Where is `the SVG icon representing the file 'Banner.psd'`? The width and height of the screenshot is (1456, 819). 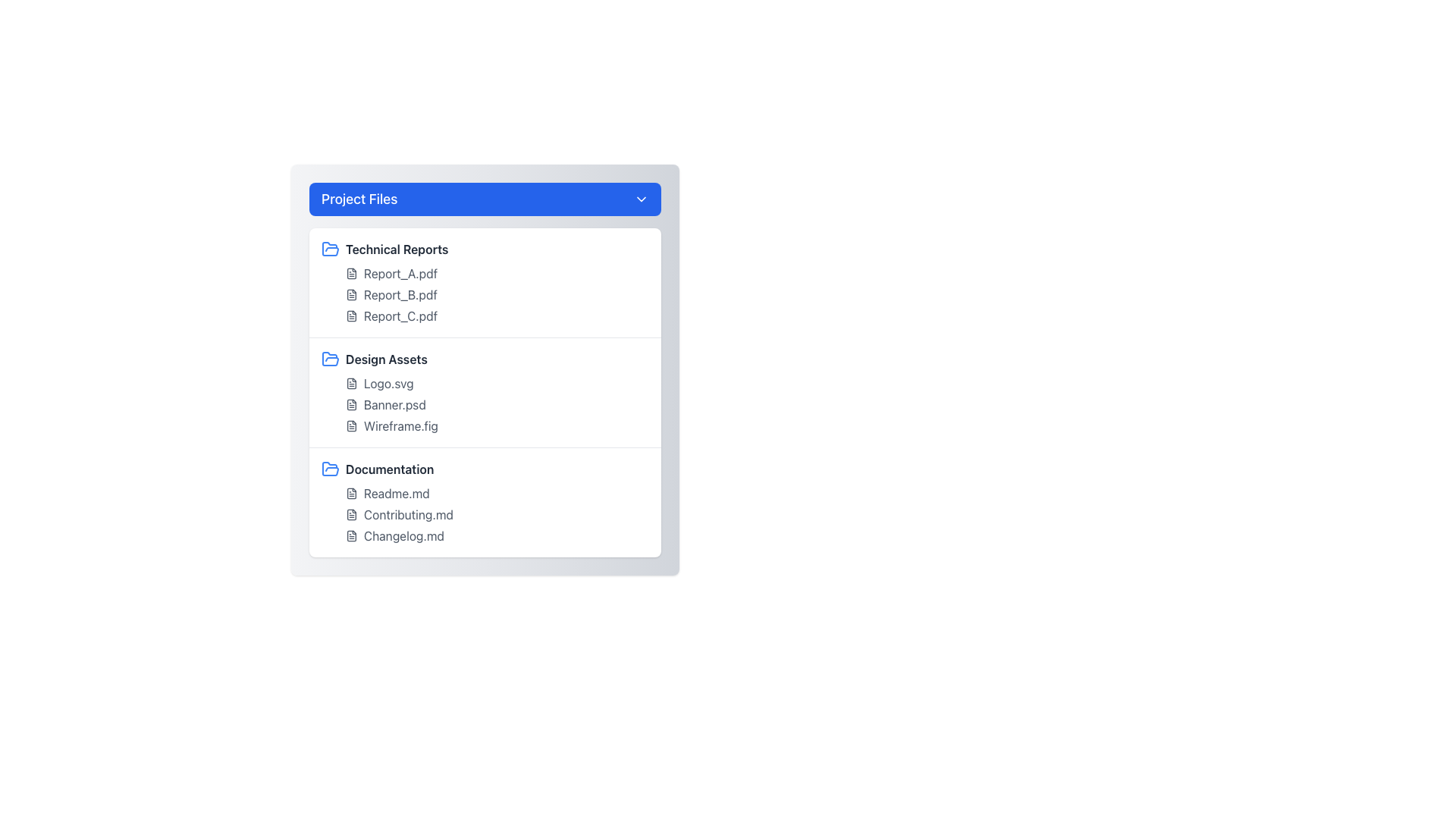
the SVG icon representing the file 'Banner.psd' is located at coordinates (351, 403).